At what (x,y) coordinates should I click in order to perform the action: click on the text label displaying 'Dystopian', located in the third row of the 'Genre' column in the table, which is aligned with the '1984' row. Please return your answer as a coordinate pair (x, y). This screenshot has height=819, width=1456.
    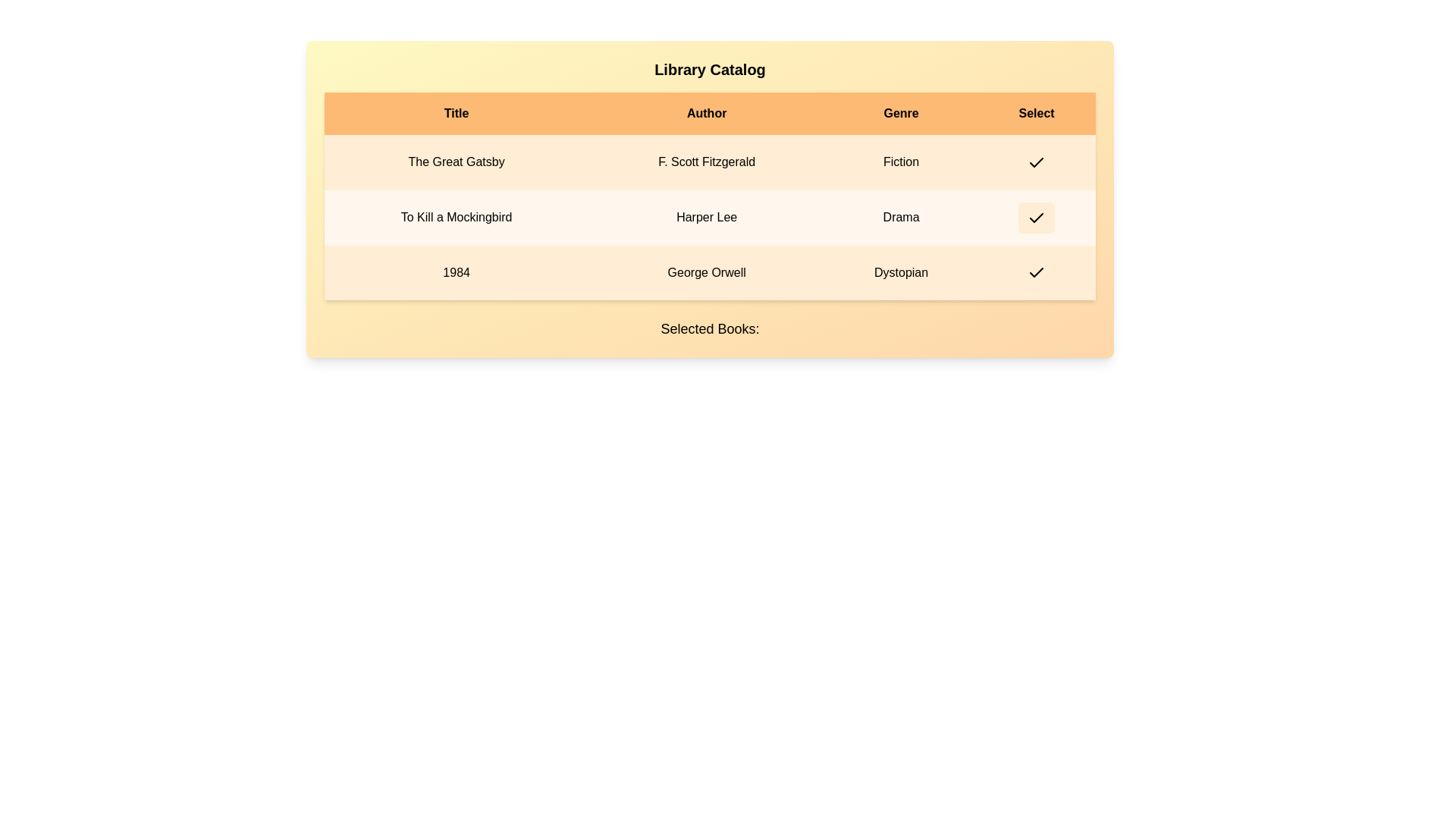
    Looking at the image, I should click on (901, 271).